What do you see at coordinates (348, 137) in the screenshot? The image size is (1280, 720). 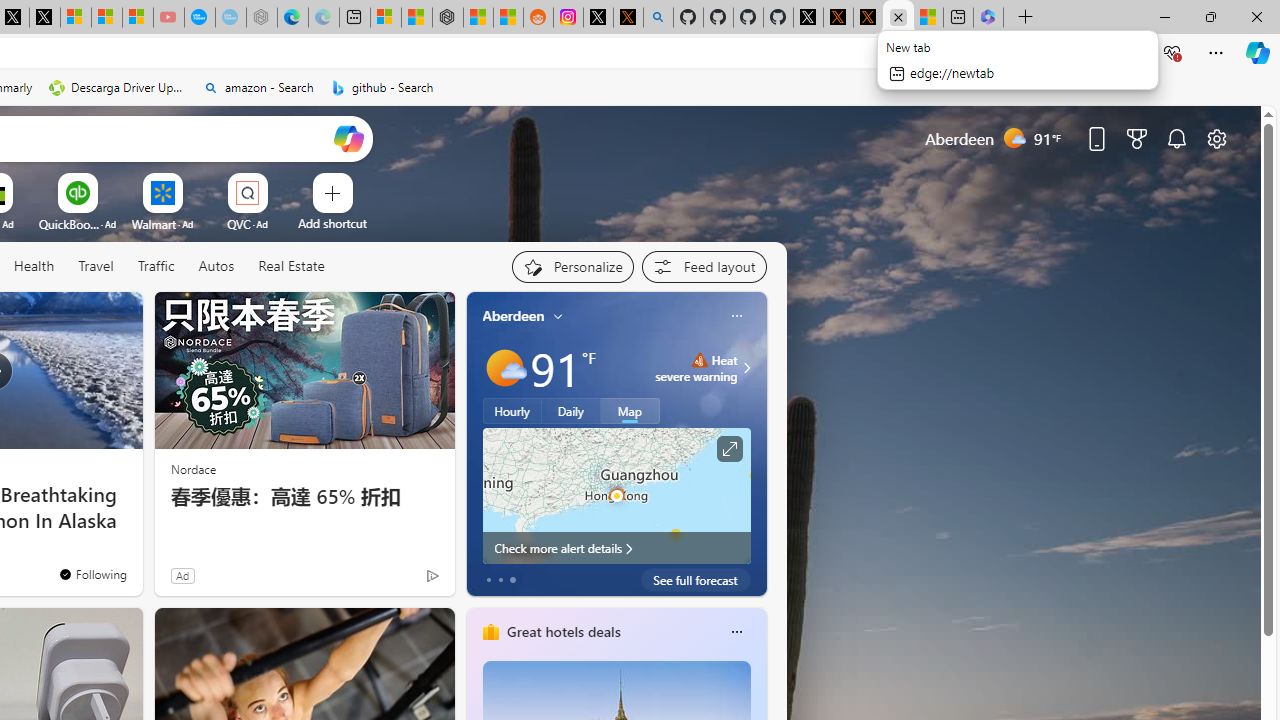 I see `'Open Copilot'` at bounding box center [348, 137].